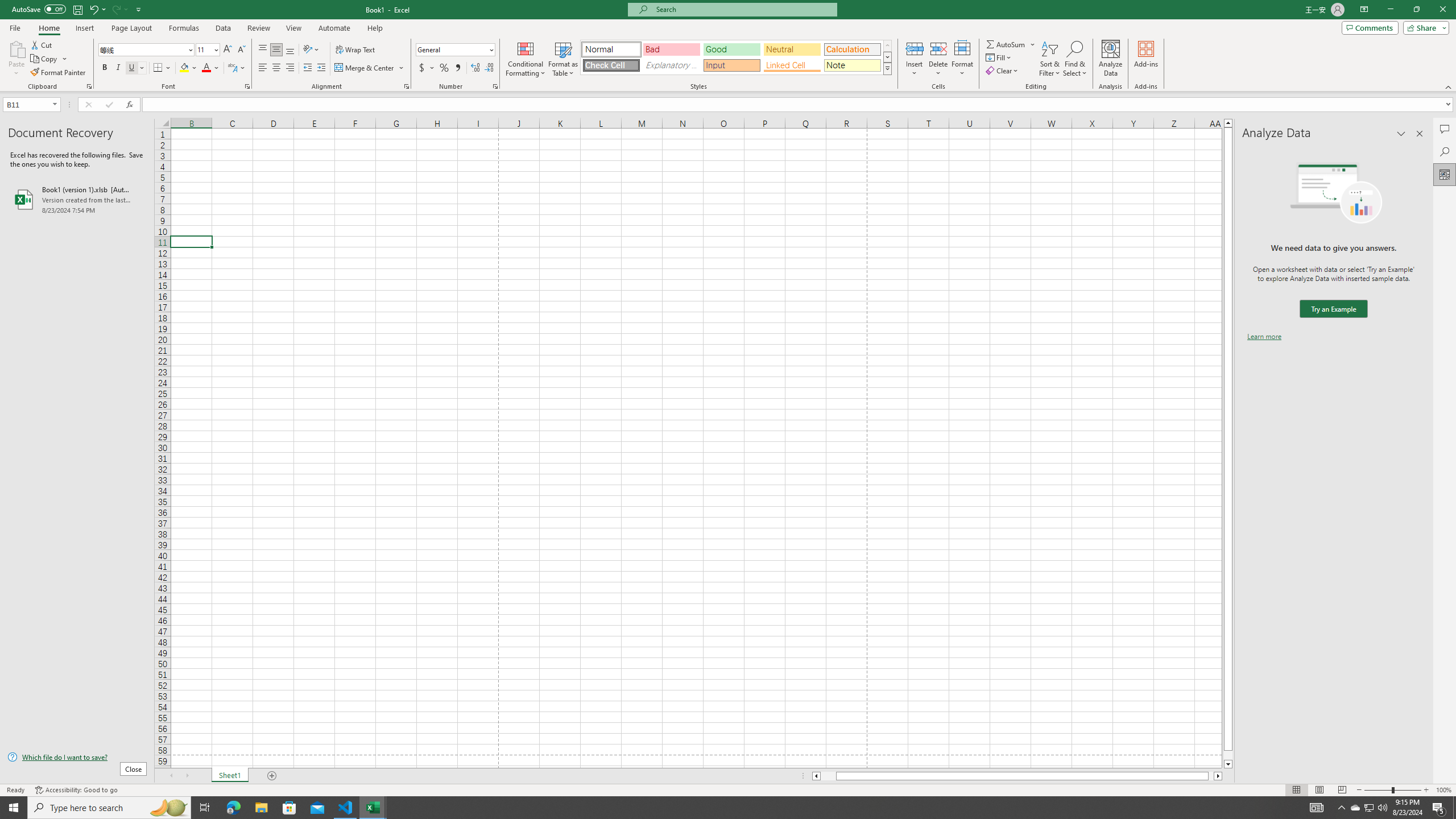 The width and height of the screenshot is (1456, 819). What do you see at coordinates (937, 48) in the screenshot?
I see `'Delete Cells...'` at bounding box center [937, 48].